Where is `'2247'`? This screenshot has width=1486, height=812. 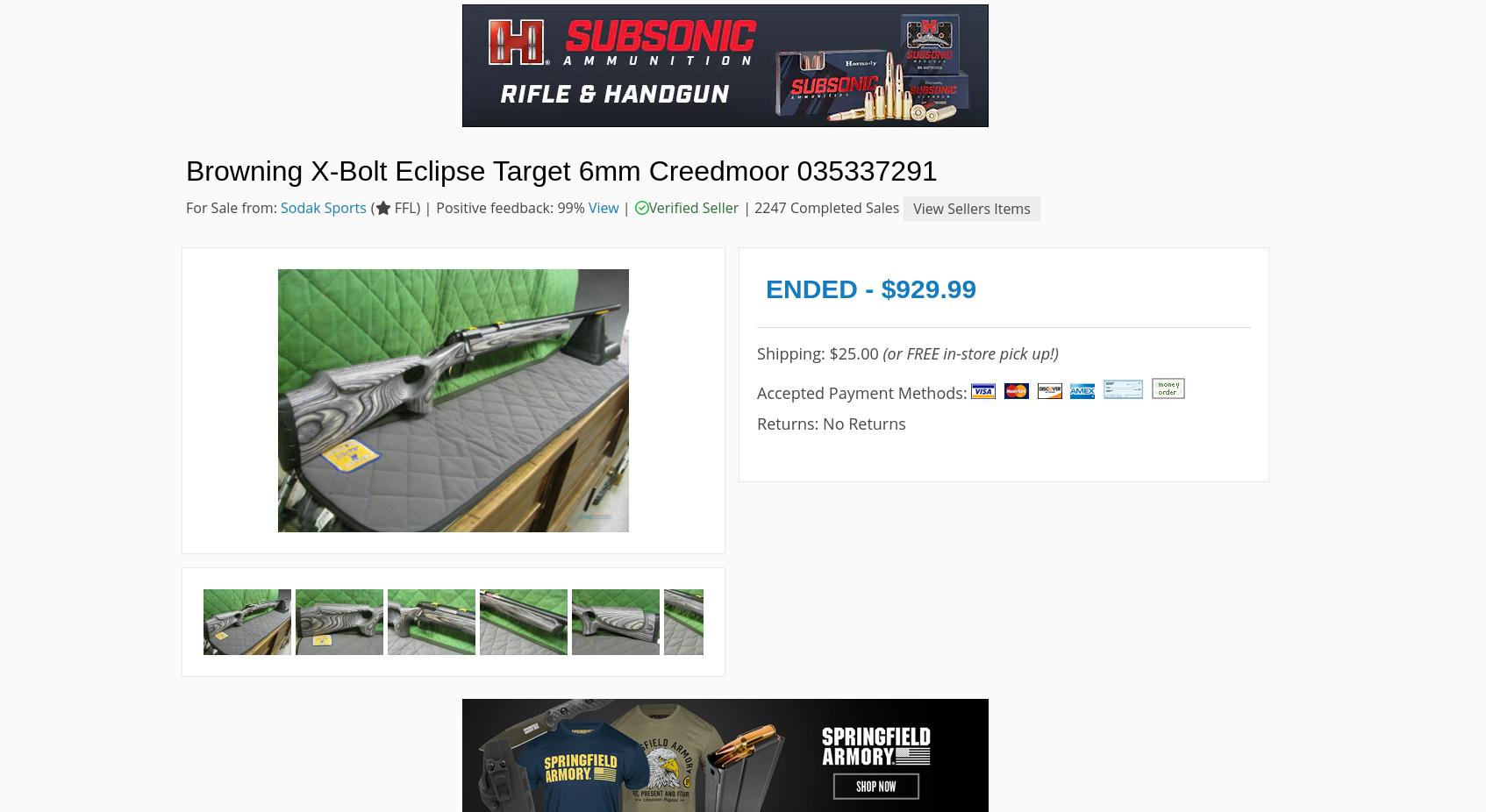 '2247' is located at coordinates (769, 207).